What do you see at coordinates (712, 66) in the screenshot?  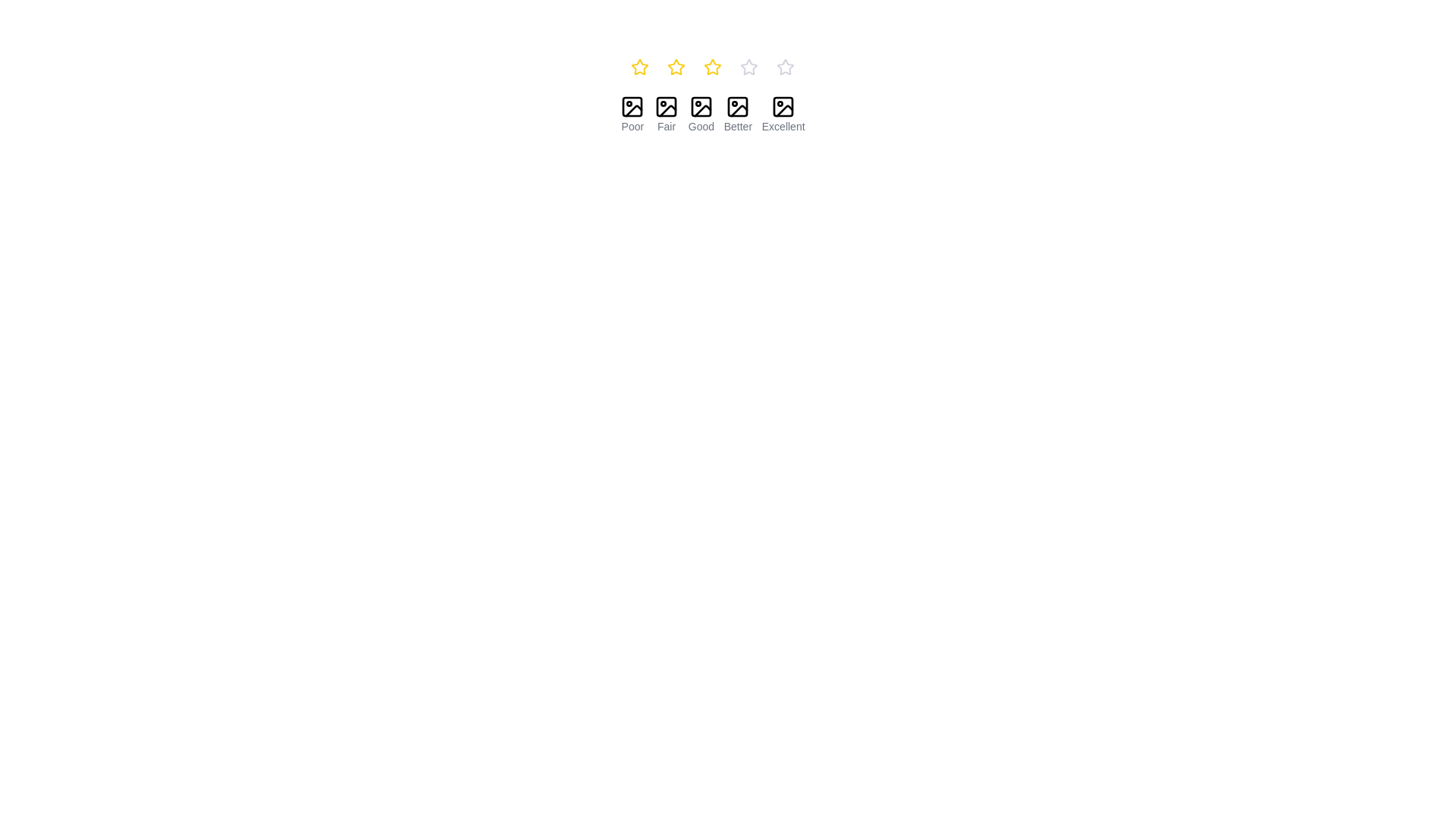 I see `the third rating star` at bounding box center [712, 66].